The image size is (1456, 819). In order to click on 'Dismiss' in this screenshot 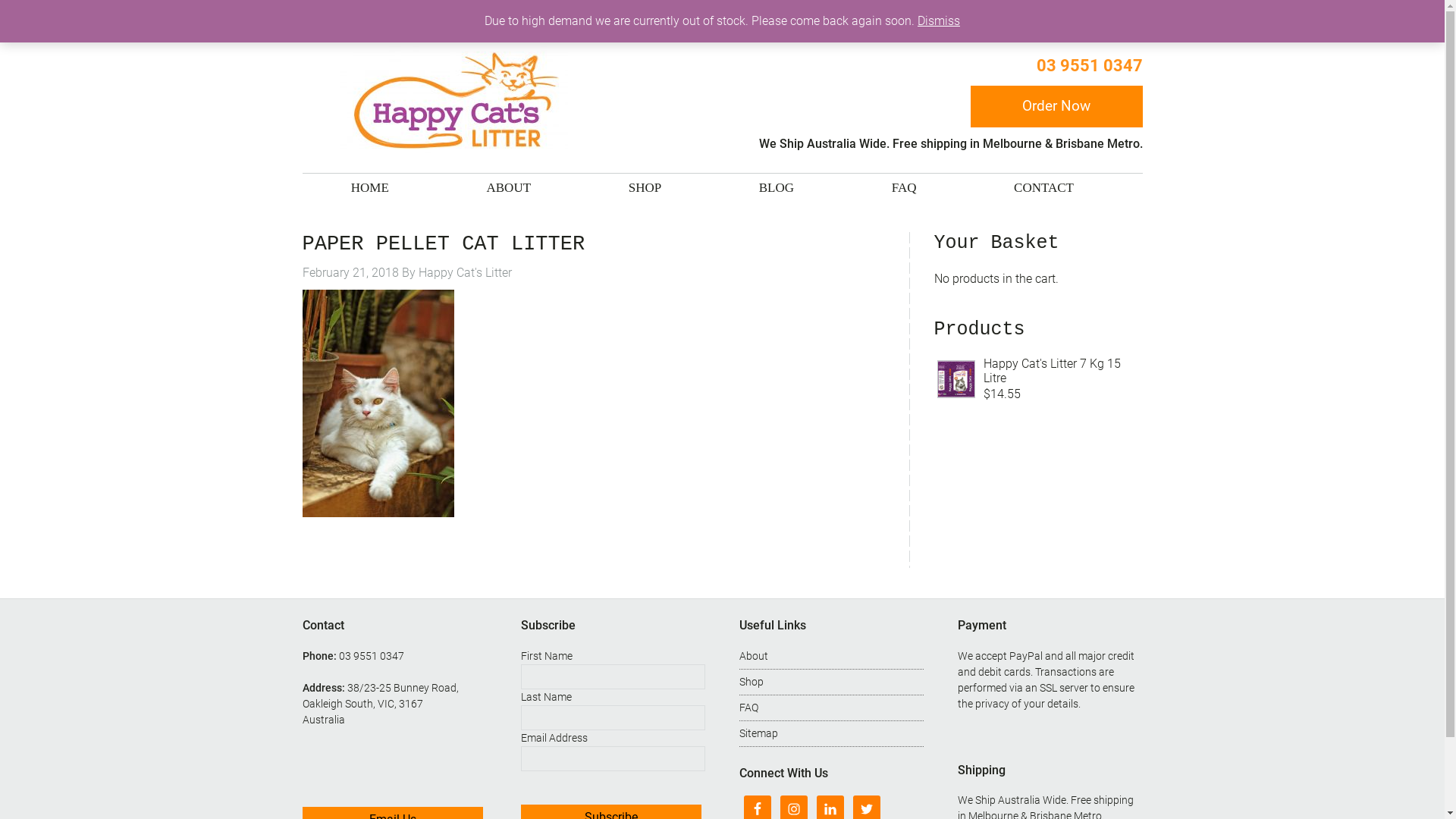, I will do `click(938, 20)`.